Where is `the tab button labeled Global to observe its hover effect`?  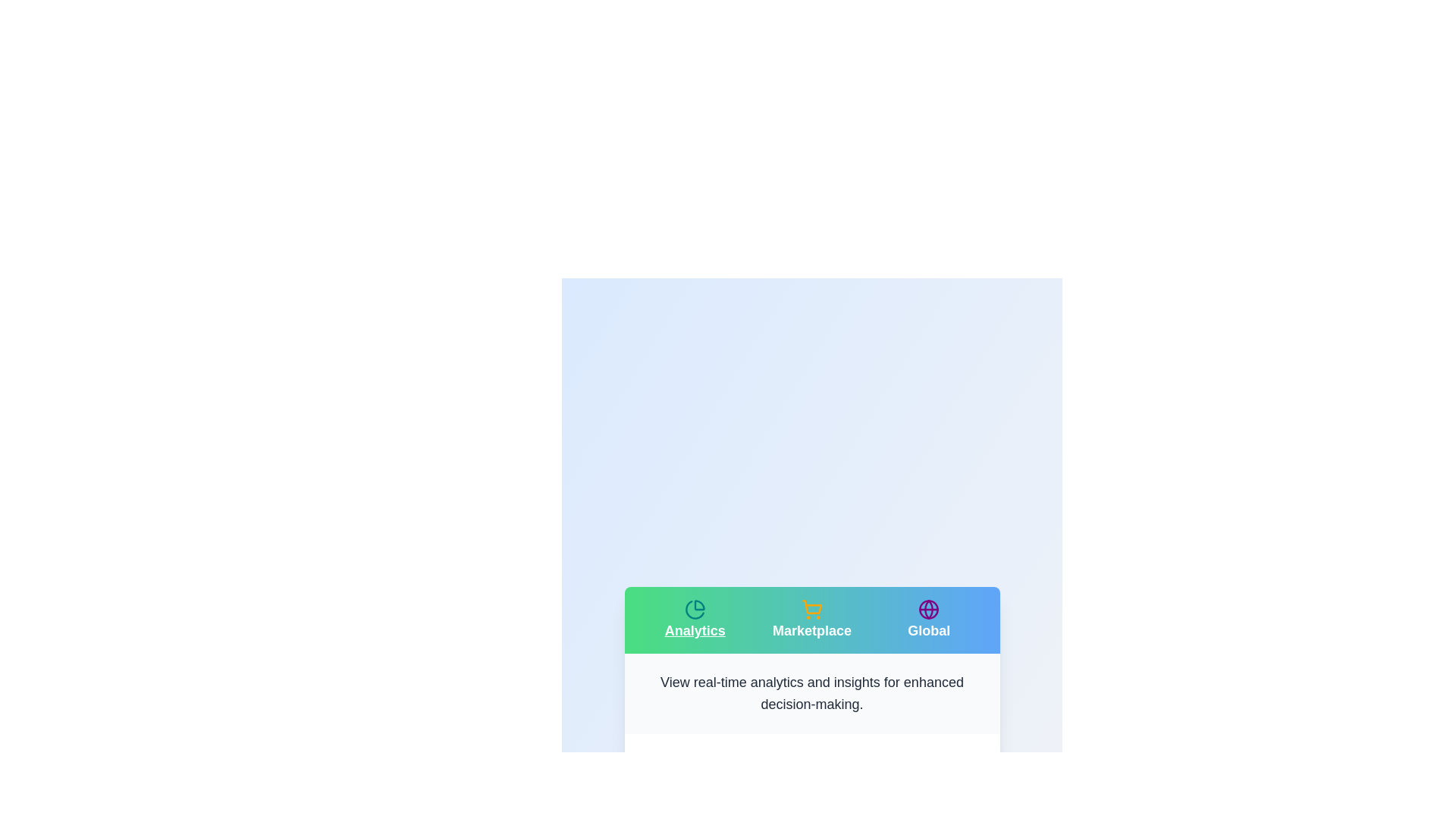
the tab button labeled Global to observe its hover effect is located at coordinates (928, 620).